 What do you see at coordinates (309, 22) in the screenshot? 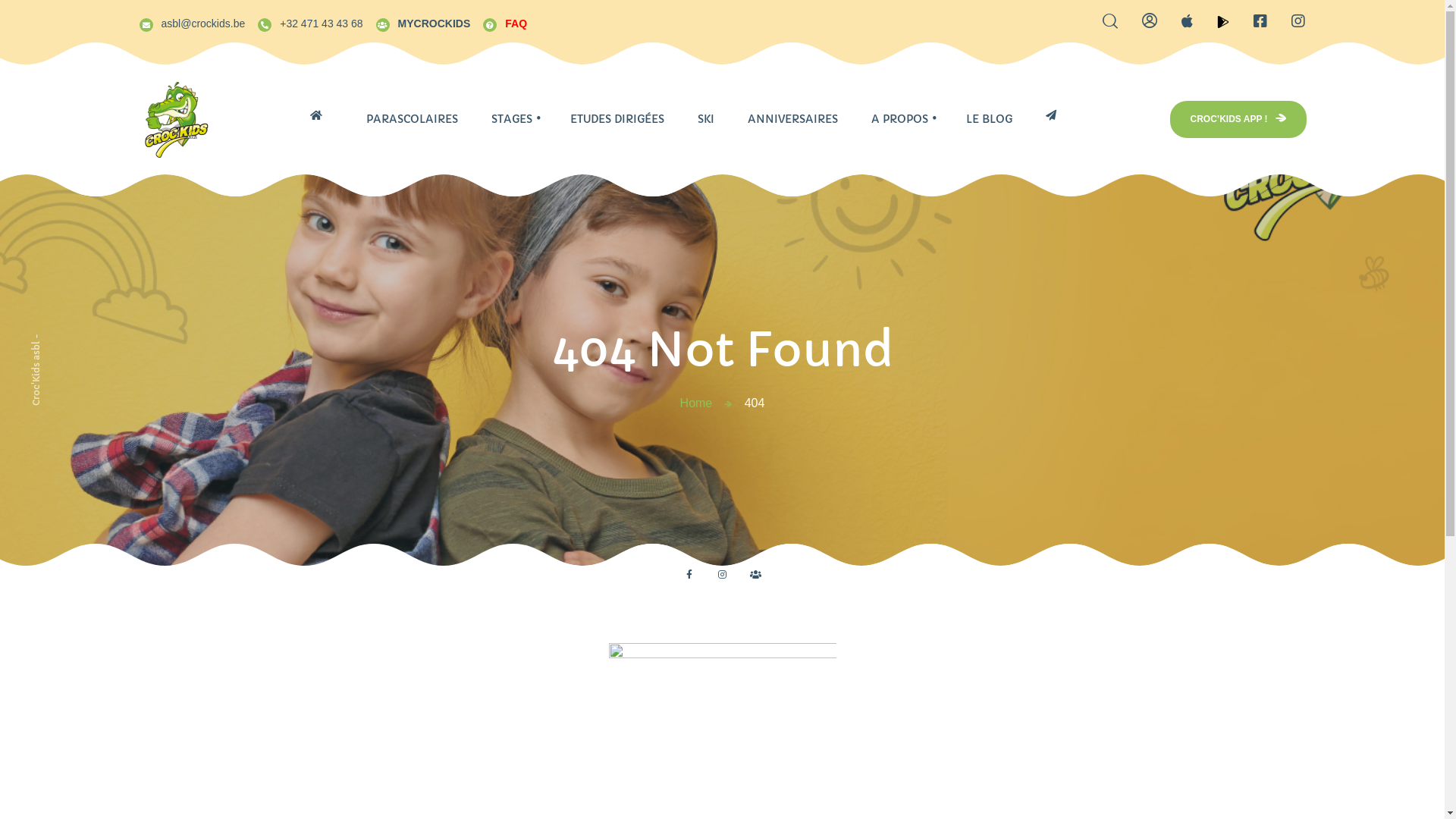
I see `'+32 471 43 43 68'` at bounding box center [309, 22].